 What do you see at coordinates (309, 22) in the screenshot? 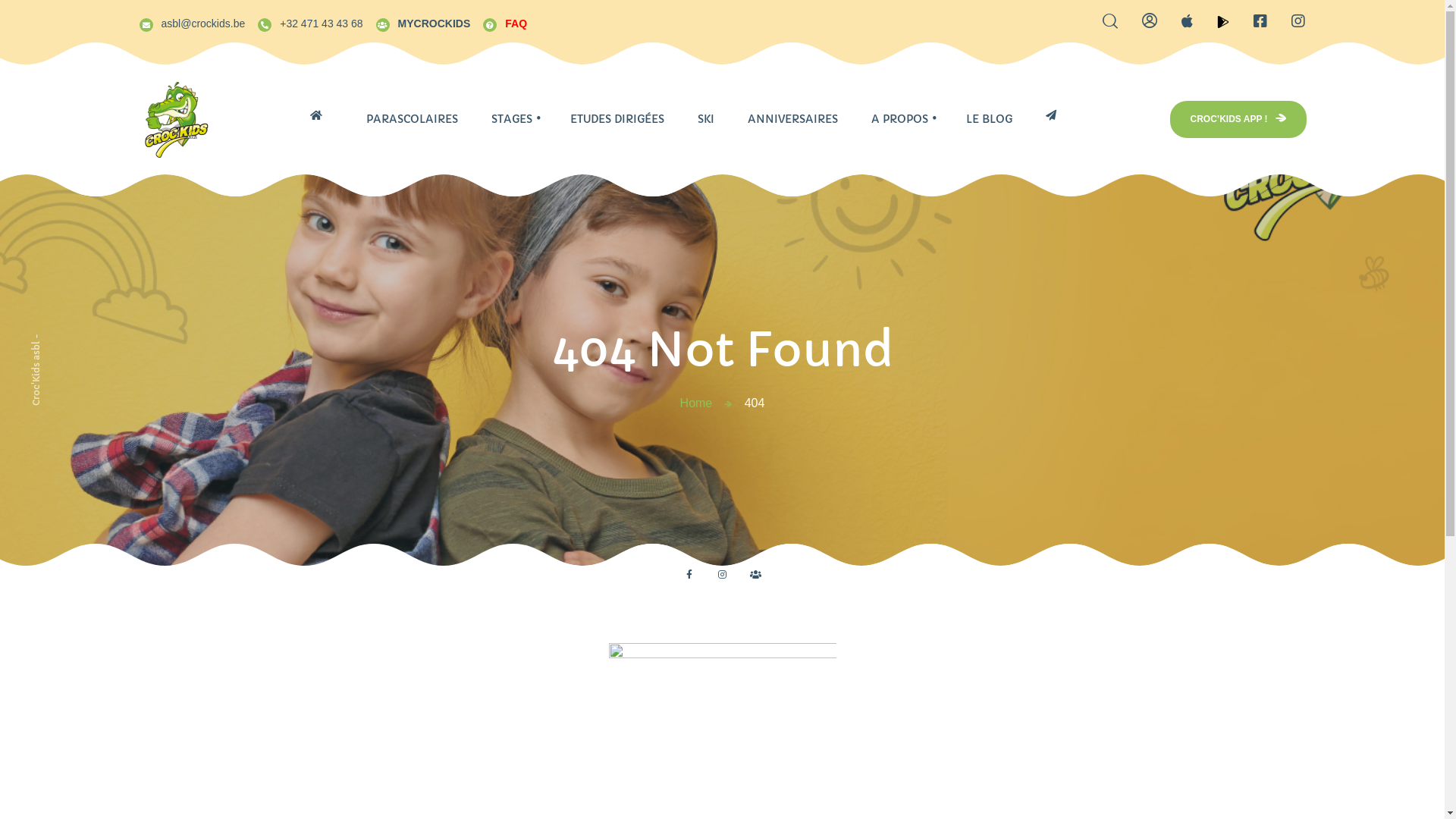
I see `'+32 471 43 43 68'` at bounding box center [309, 22].